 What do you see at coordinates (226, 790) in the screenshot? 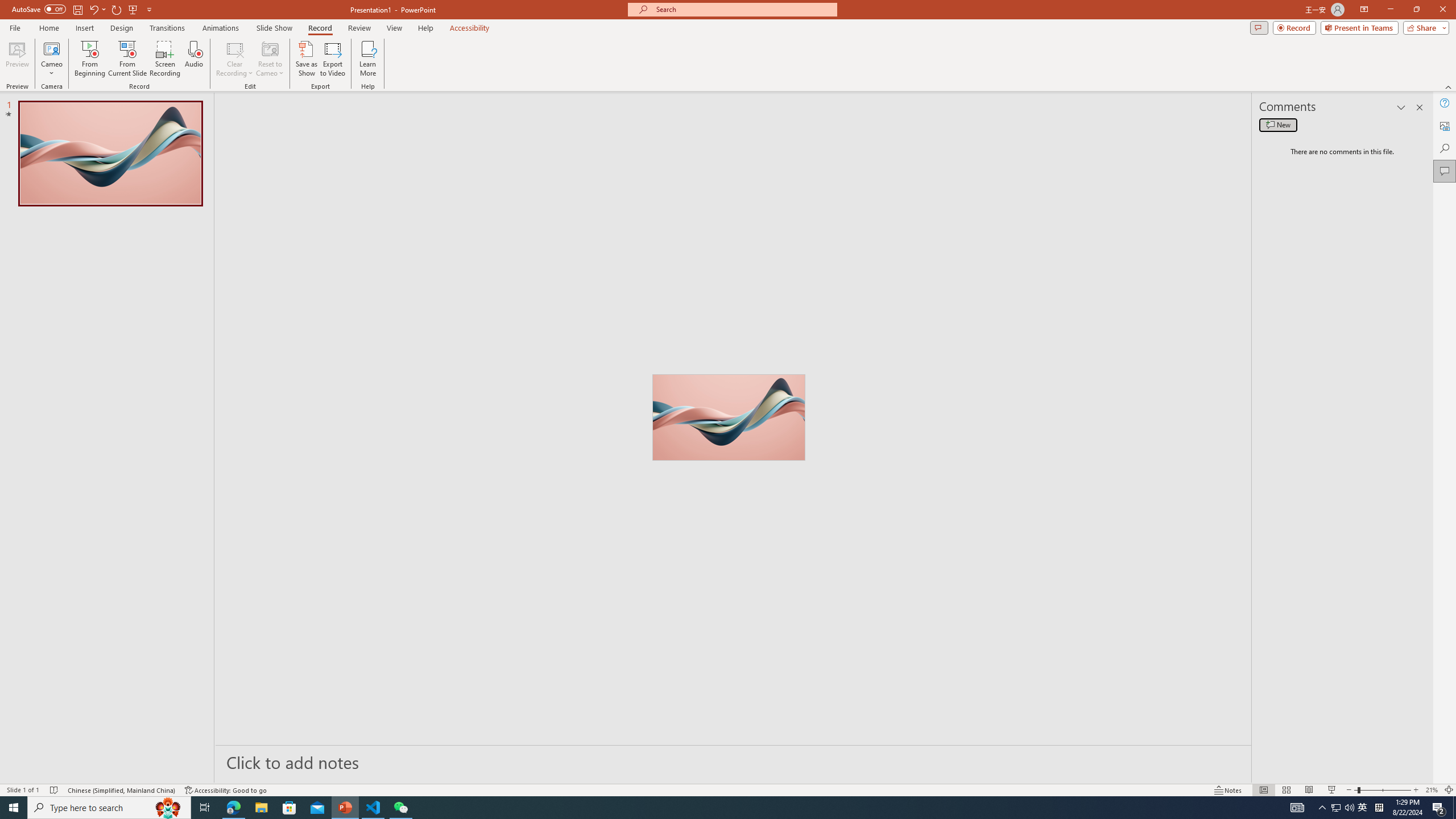
I see `'Accessibility Checker Accessibility: Good to go'` at bounding box center [226, 790].